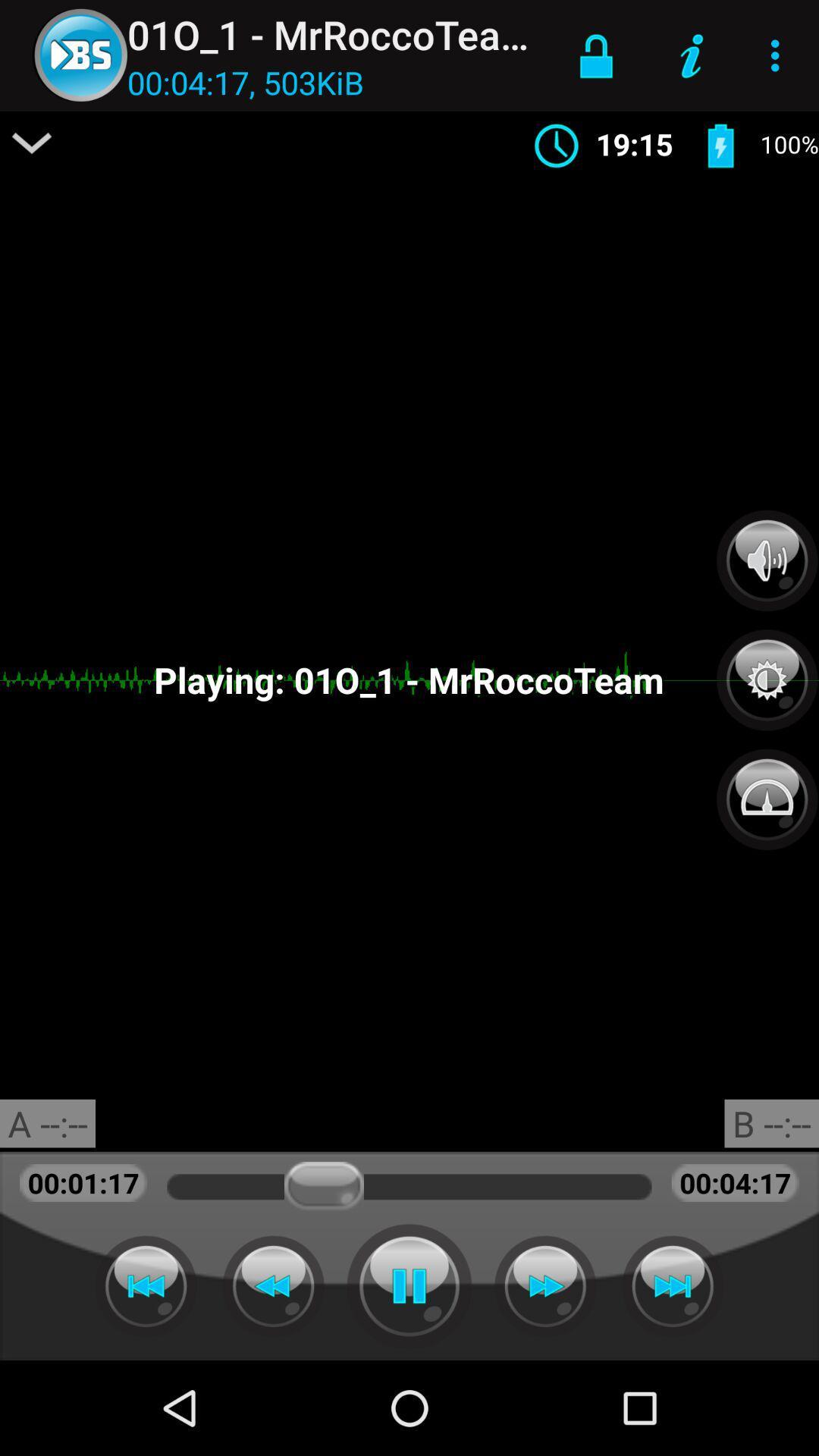  Describe the element at coordinates (32, 143) in the screenshot. I see `get more information` at that location.